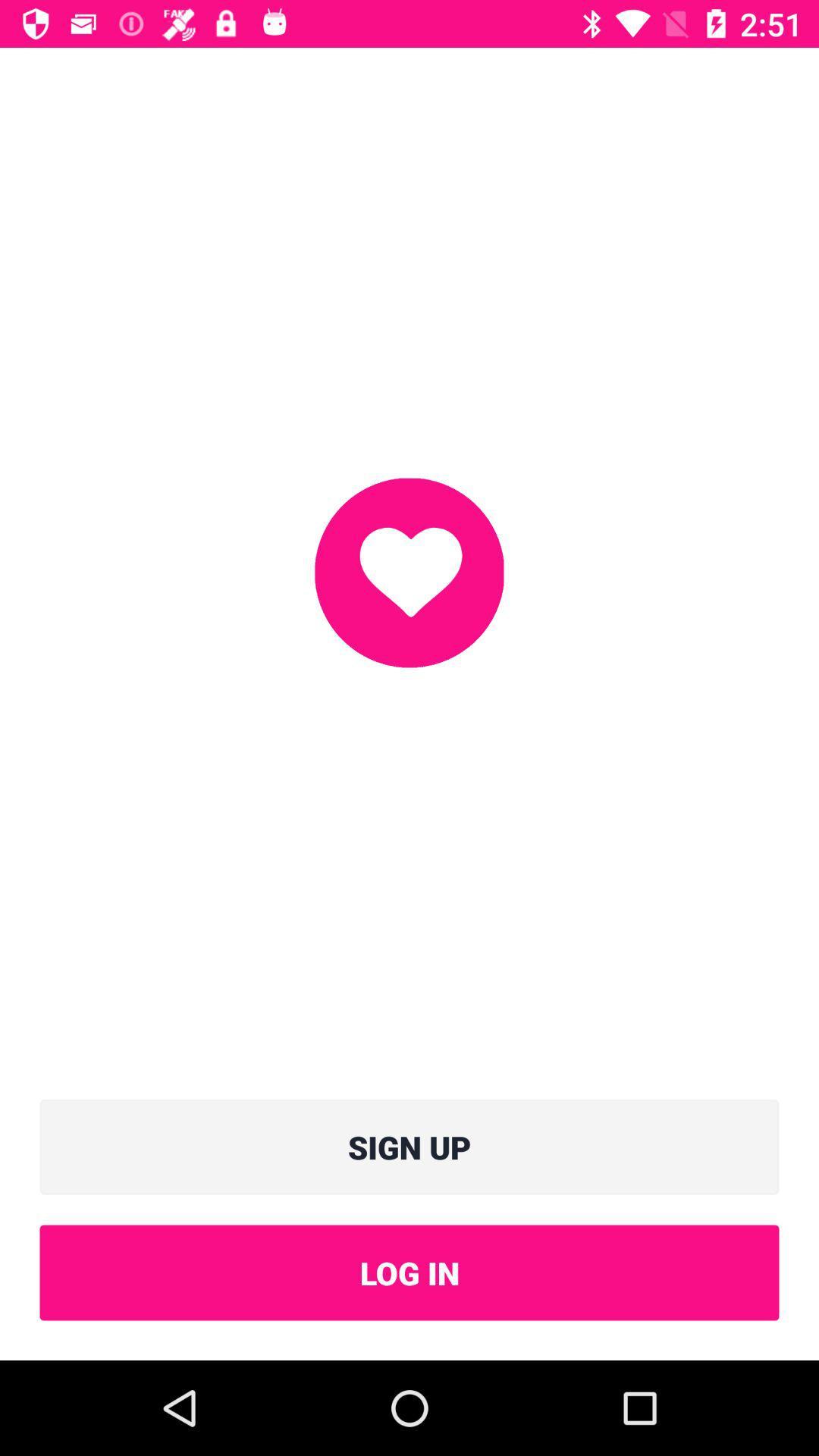 This screenshot has width=819, height=1456. I want to click on the sign up icon, so click(409, 1147).